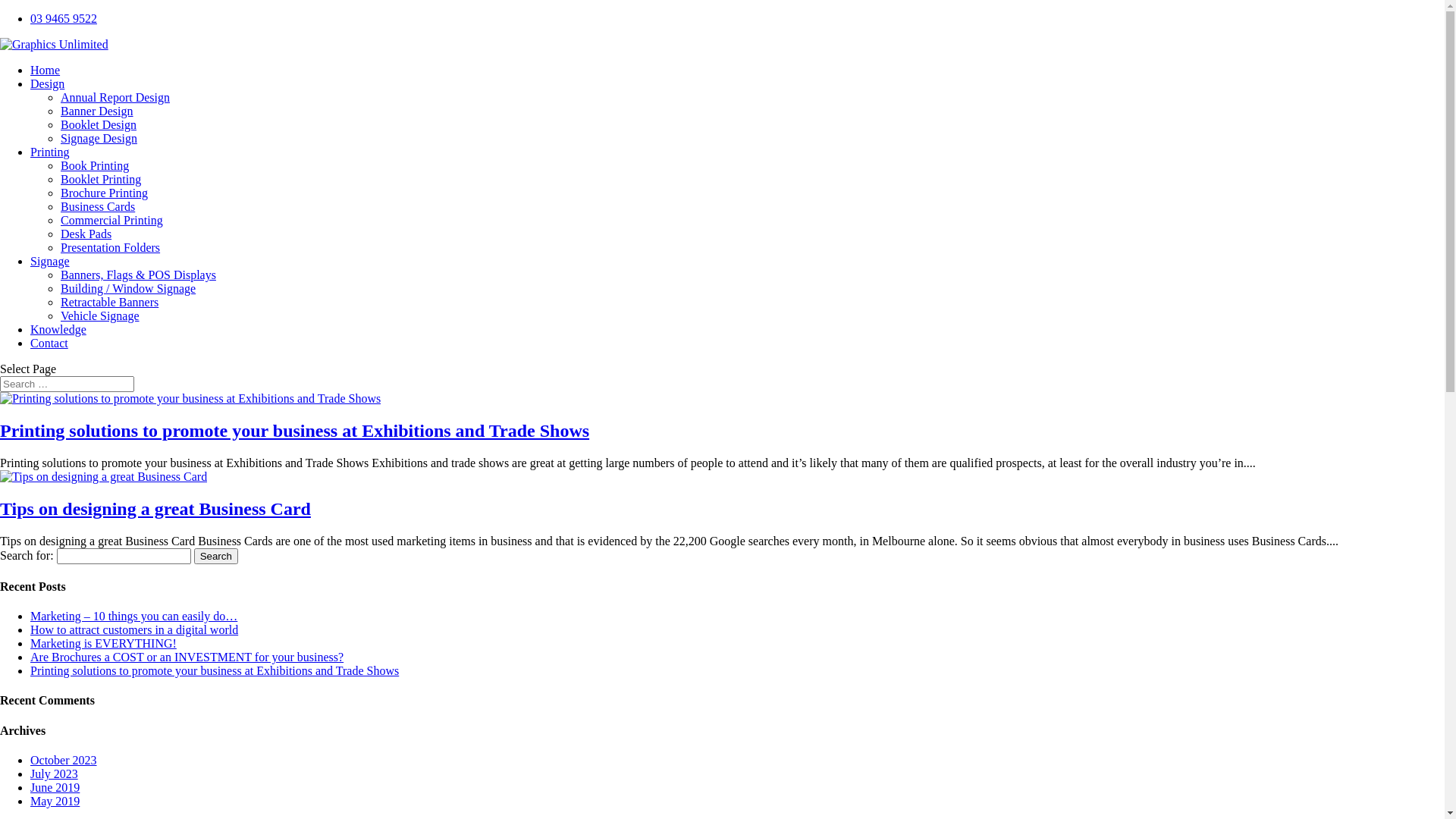 This screenshot has height=819, width=1456. Describe the element at coordinates (30, 656) in the screenshot. I see `'Are Brochures a COST or an INVESTMENT for your business?'` at that location.